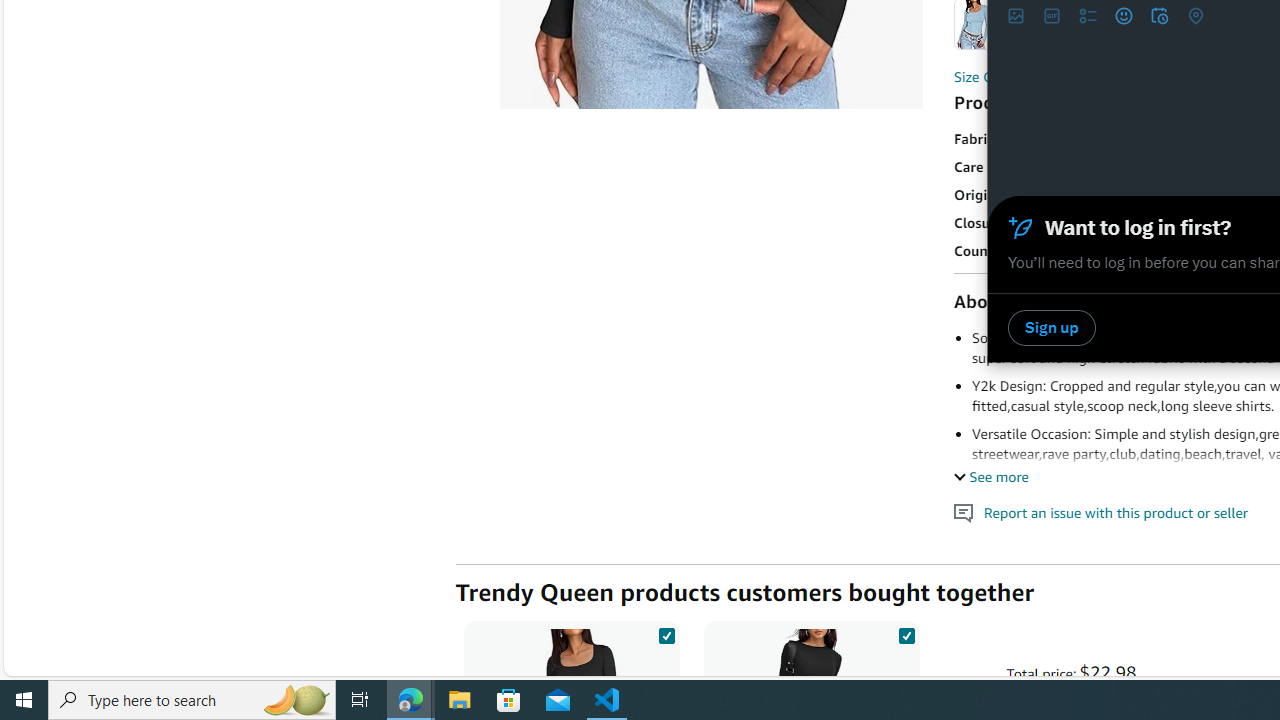 This screenshot has height=720, width=1280. What do you see at coordinates (905, 632) in the screenshot?
I see `'AutomationID: thematicBundleCheck-2'` at bounding box center [905, 632].